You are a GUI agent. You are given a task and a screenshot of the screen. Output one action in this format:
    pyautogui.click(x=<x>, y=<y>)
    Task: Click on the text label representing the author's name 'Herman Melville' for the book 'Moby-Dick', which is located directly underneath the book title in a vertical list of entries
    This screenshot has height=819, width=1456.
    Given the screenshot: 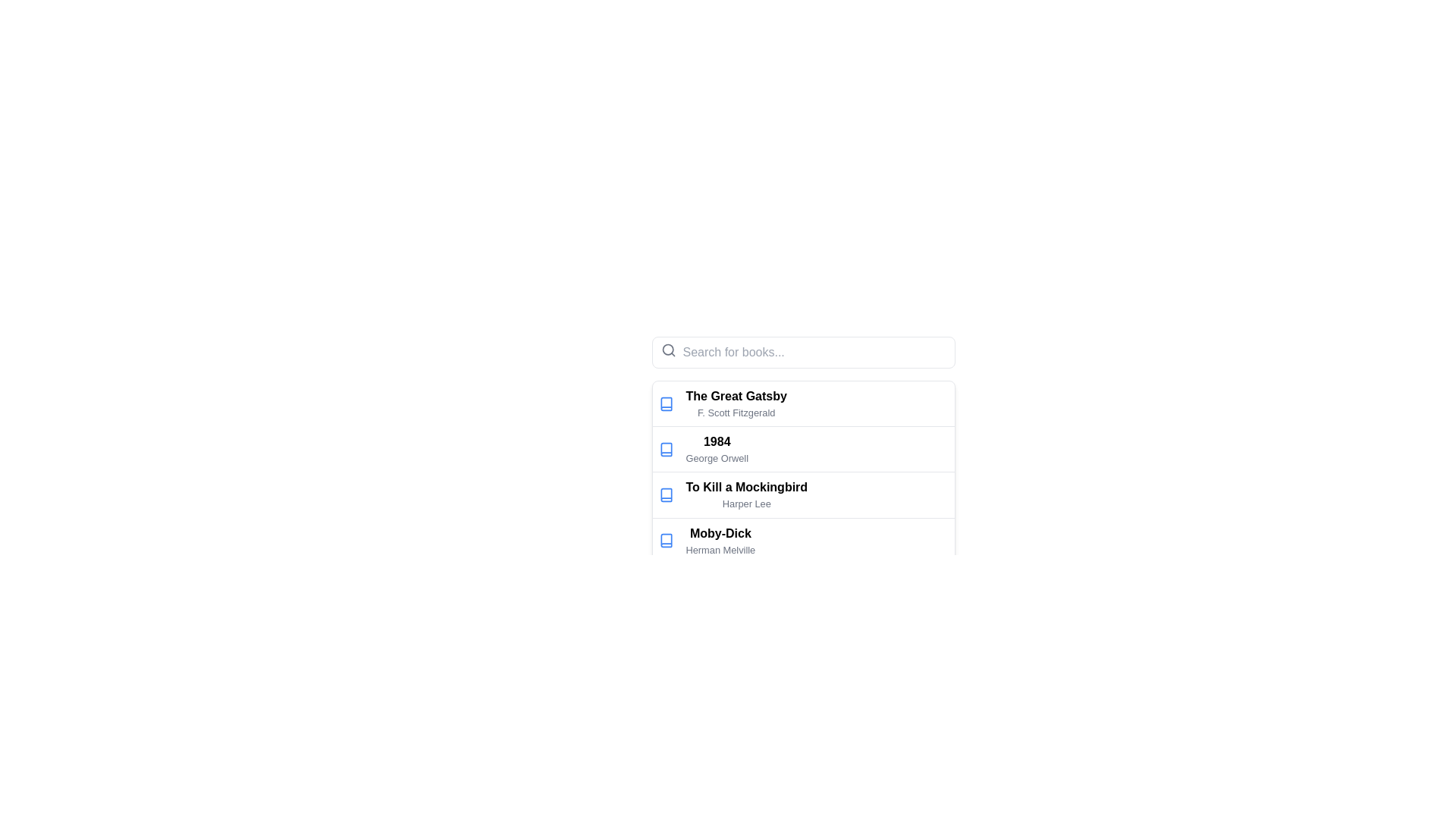 What is the action you would take?
    pyautogui.click(x=720, y=550)
    